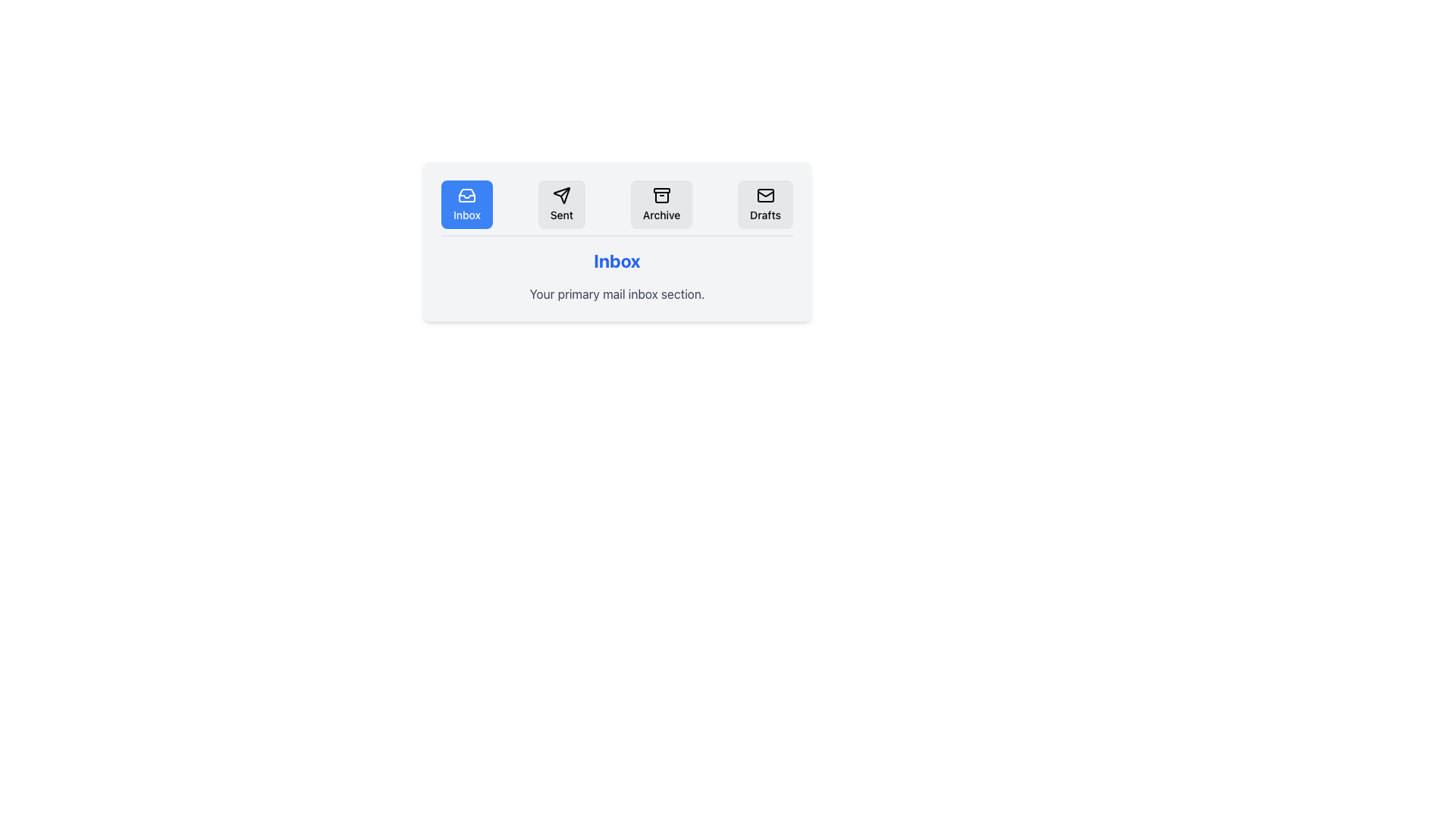 The height and width of the screenshot is (819, 1456). I want to click on the archive icon, which is a box-shaped icon with a bold outline located above the 'Archive' text in the header section, so click(661, 195).